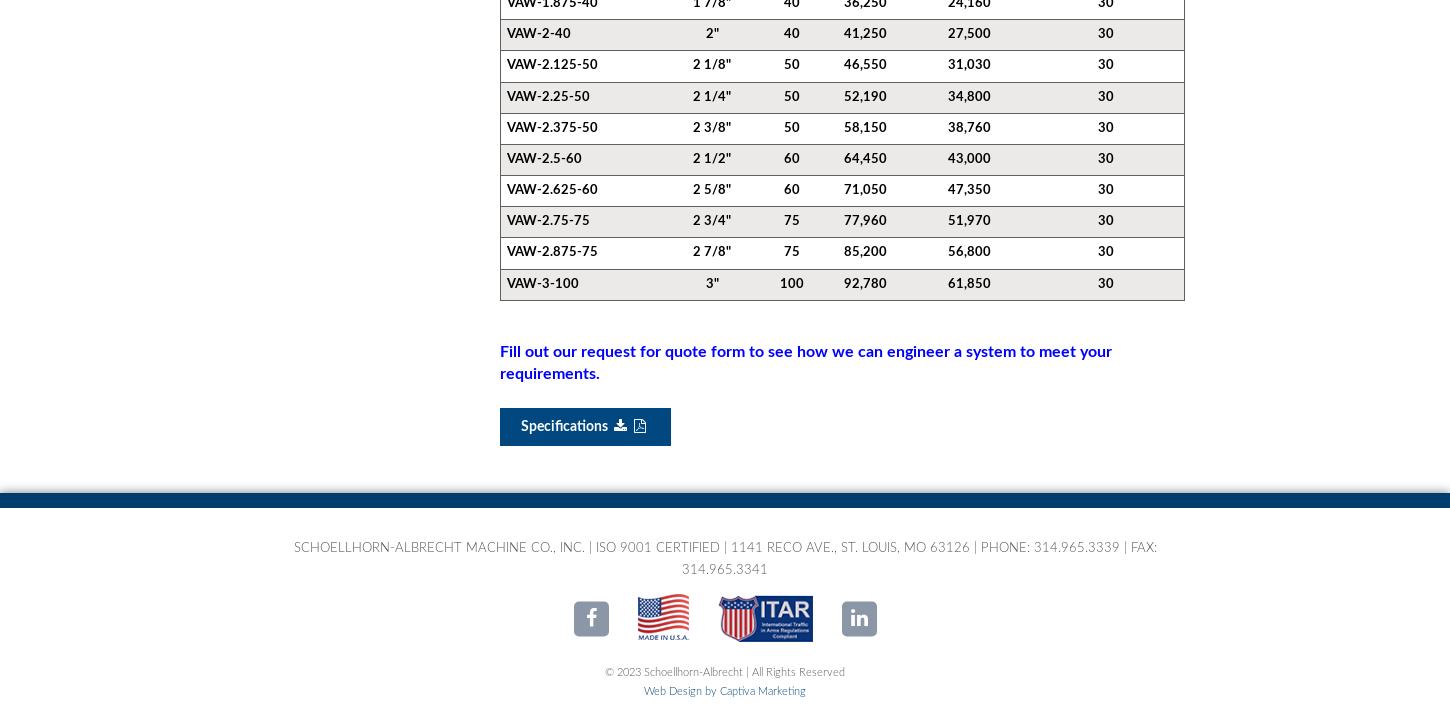  What do you see at coordinates (864, 283) in the screenshot?
I see `'92,780'` at bounding box center [864, 283].